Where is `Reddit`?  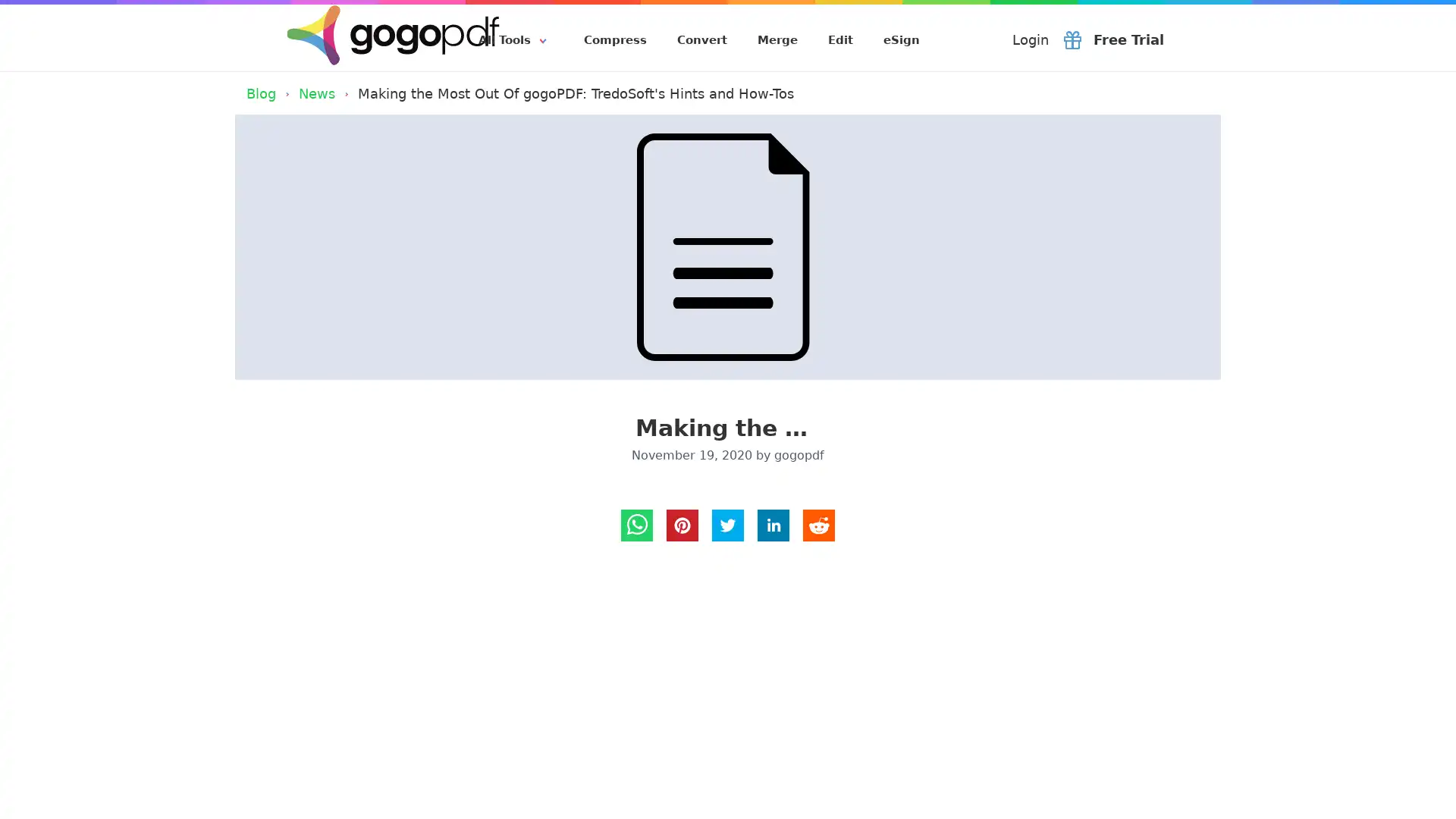 Reddit is located at coordinates (818, 525).